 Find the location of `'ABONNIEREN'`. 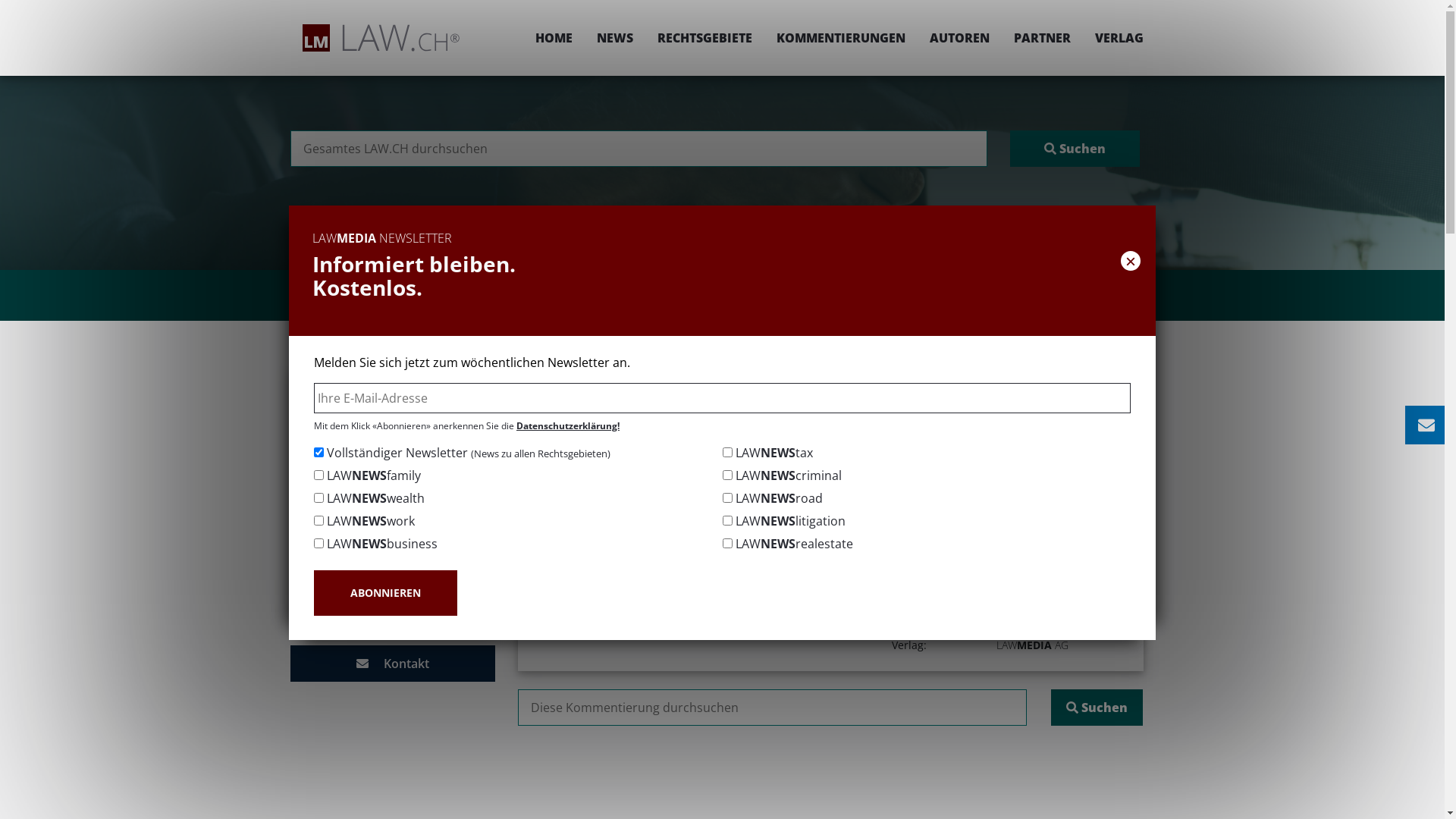

'ABONNIEREN' is located at coordinates (385, 592).